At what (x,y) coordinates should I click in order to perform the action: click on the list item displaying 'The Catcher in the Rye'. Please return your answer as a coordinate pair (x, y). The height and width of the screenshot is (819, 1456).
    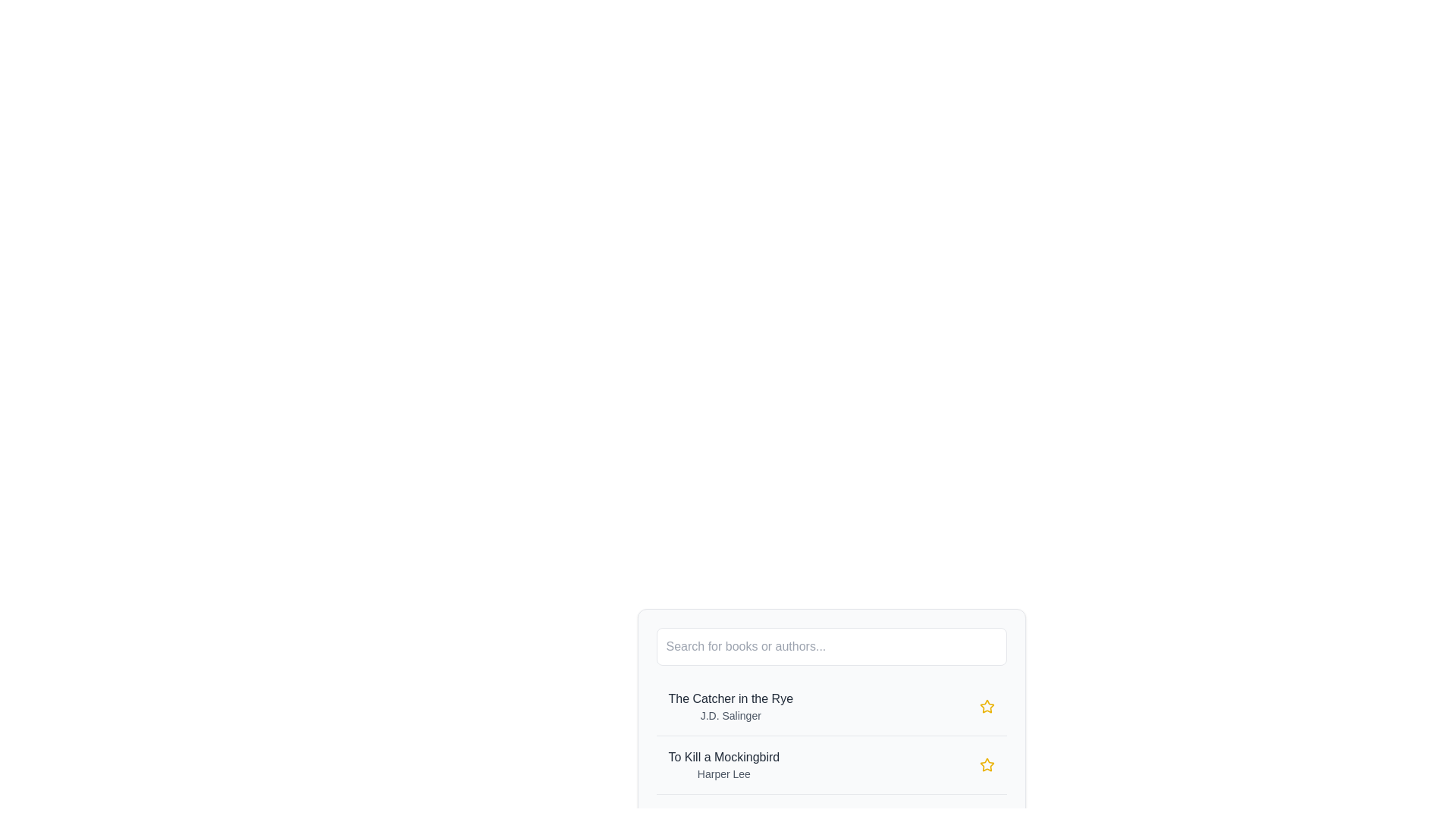
    Looking at the image, I should click on (830, 684).